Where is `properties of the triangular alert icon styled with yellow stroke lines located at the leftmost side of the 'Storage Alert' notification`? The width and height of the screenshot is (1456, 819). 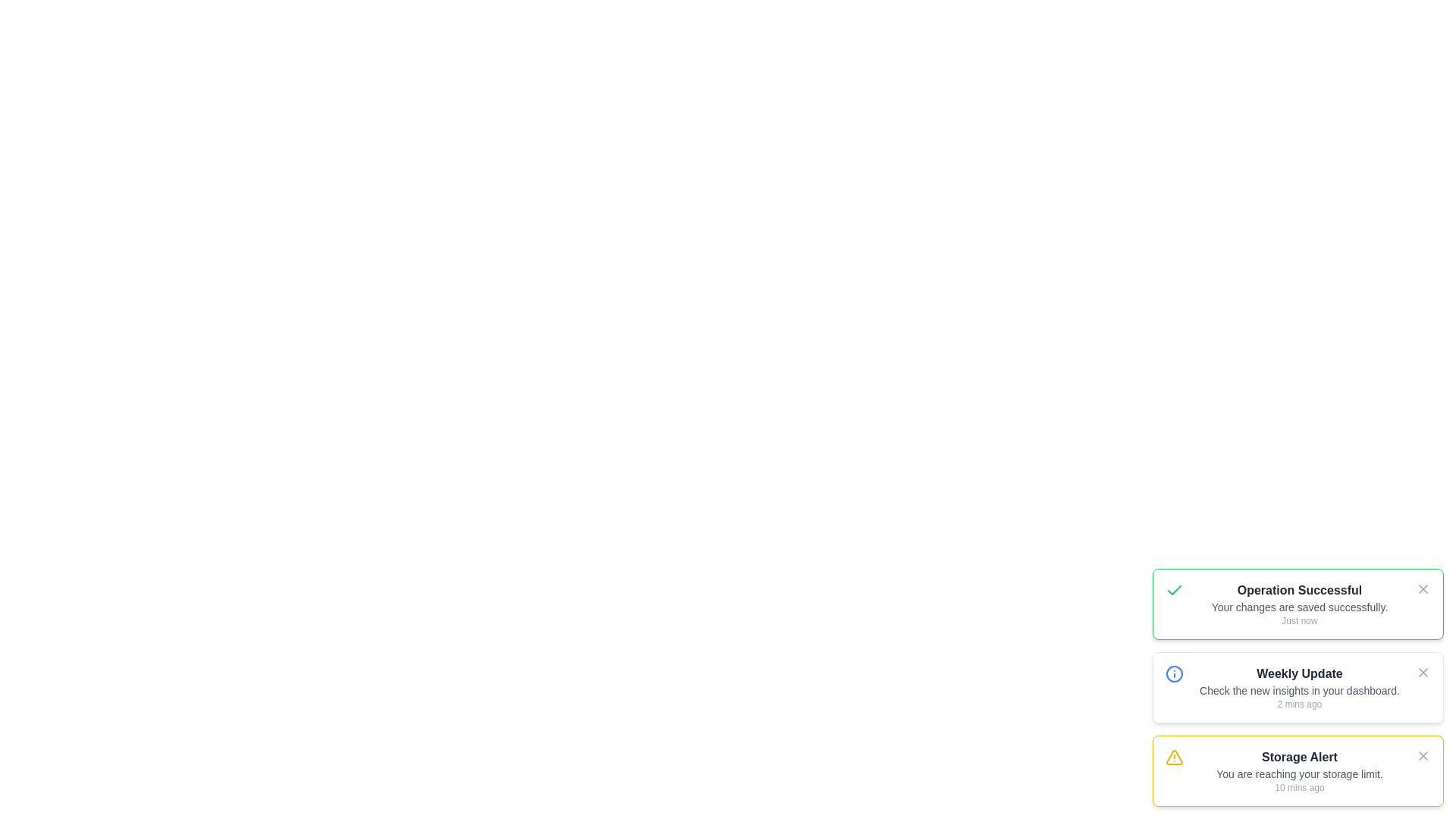
properties of the triangular alert icon styled with yellow stroke lines located at the leftmost side of the 'Storage Alert' notification is located at coordinates (1174, 758).